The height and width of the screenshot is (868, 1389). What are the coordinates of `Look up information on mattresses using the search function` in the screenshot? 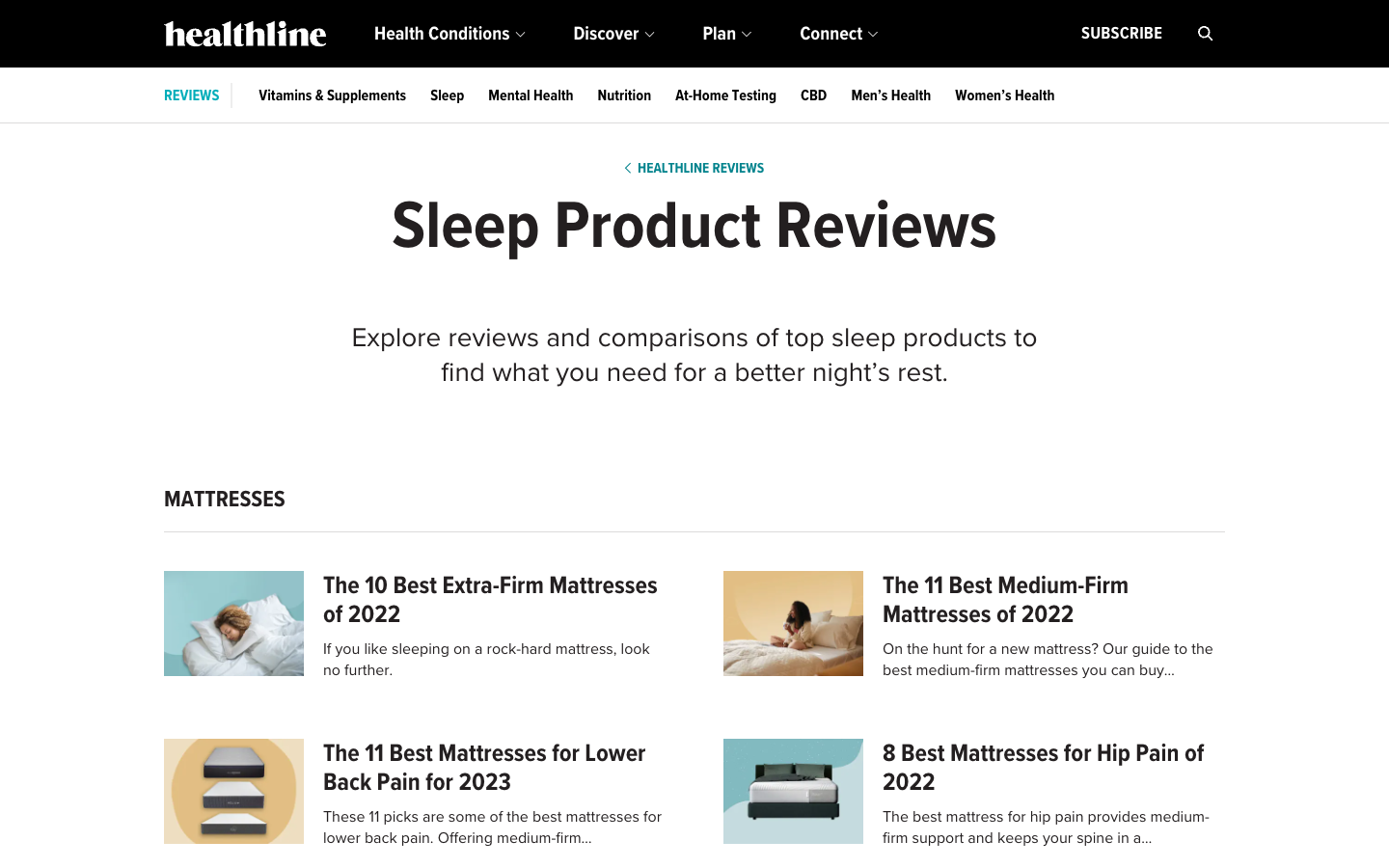 It's located at (1205, 33).